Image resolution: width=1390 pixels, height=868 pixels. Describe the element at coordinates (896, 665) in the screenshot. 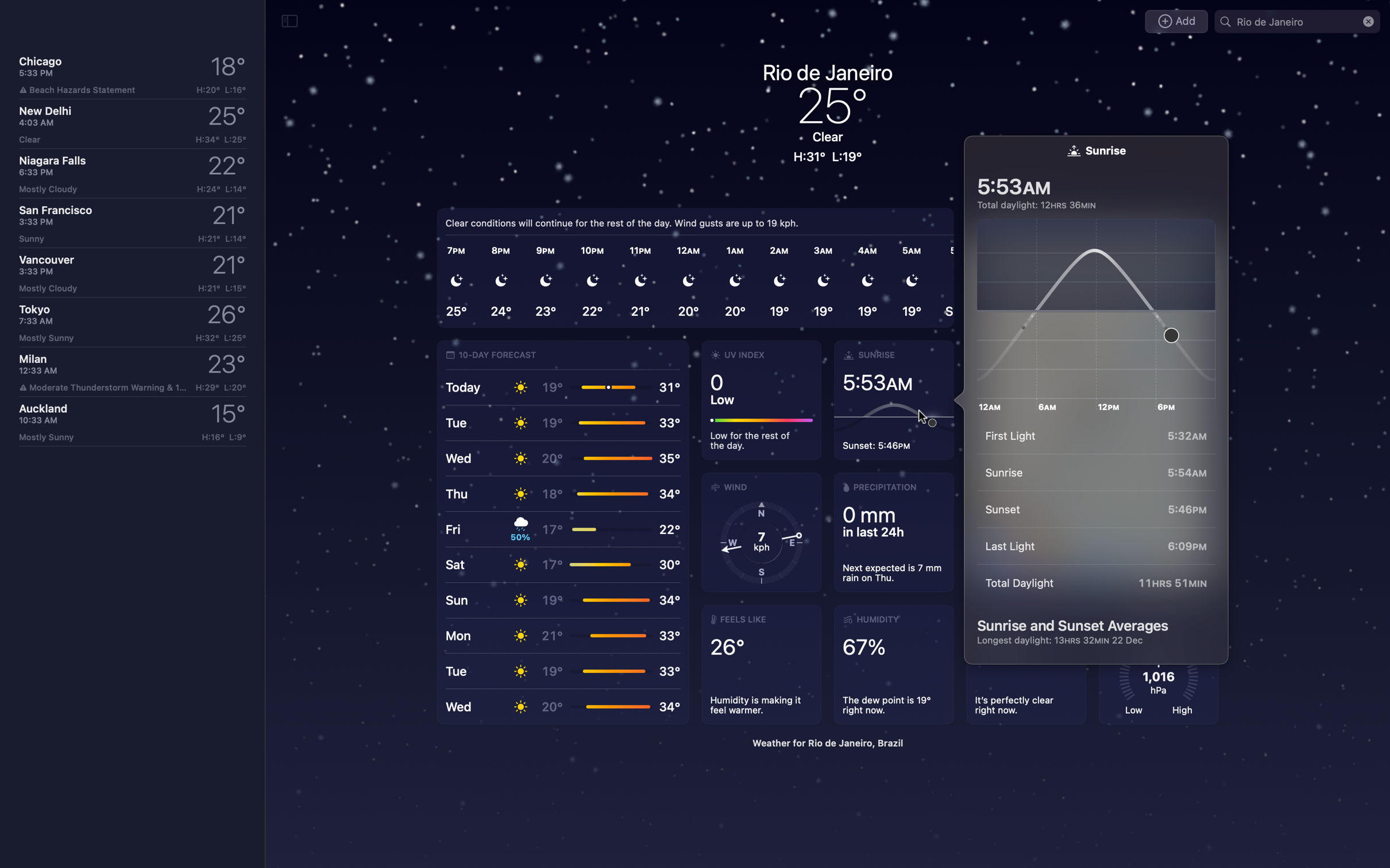

I see `Explore additional information about humidity` at that location.